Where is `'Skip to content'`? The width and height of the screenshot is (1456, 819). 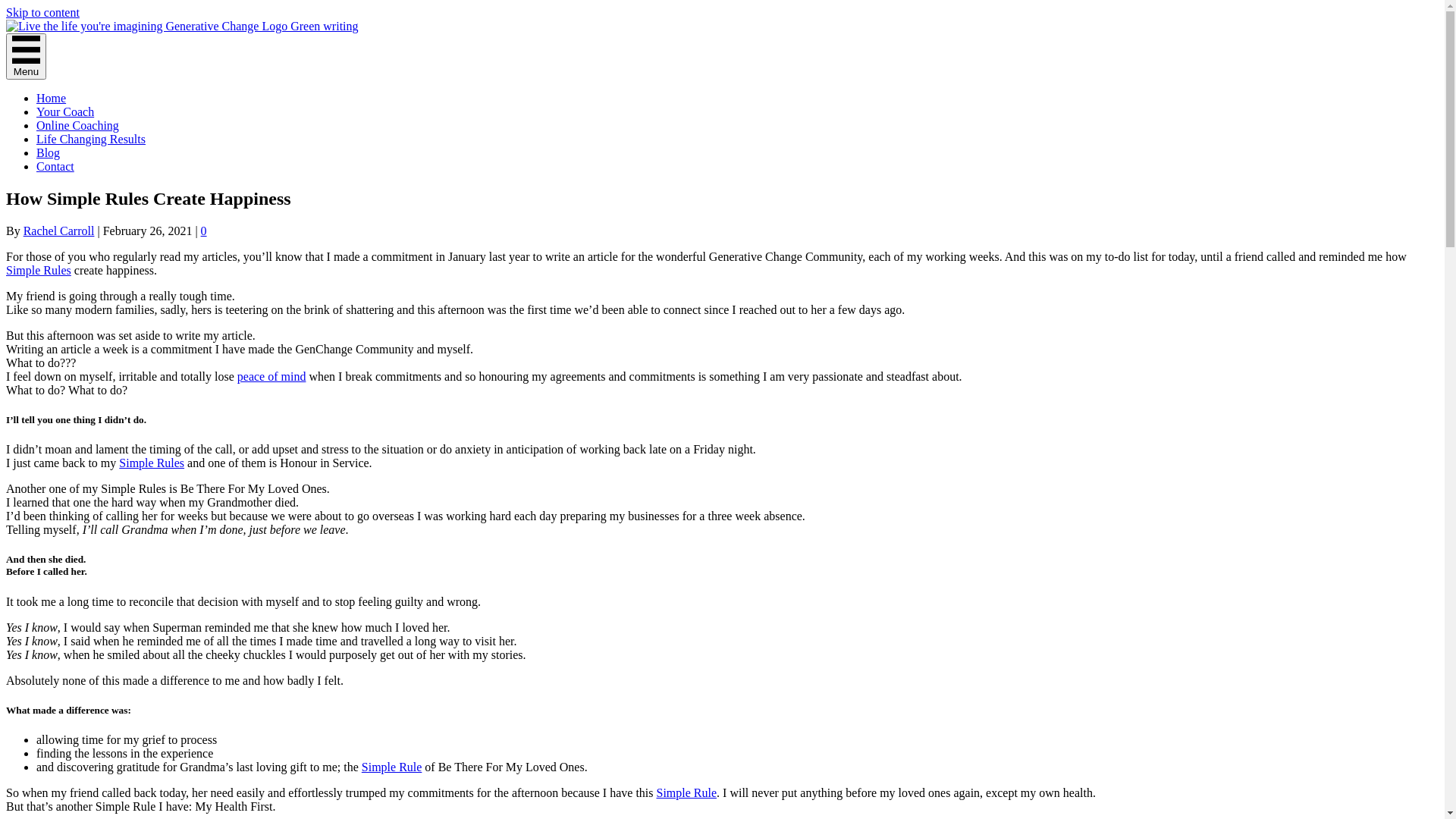 'Skip to content' is located at coordinates (42, 12).